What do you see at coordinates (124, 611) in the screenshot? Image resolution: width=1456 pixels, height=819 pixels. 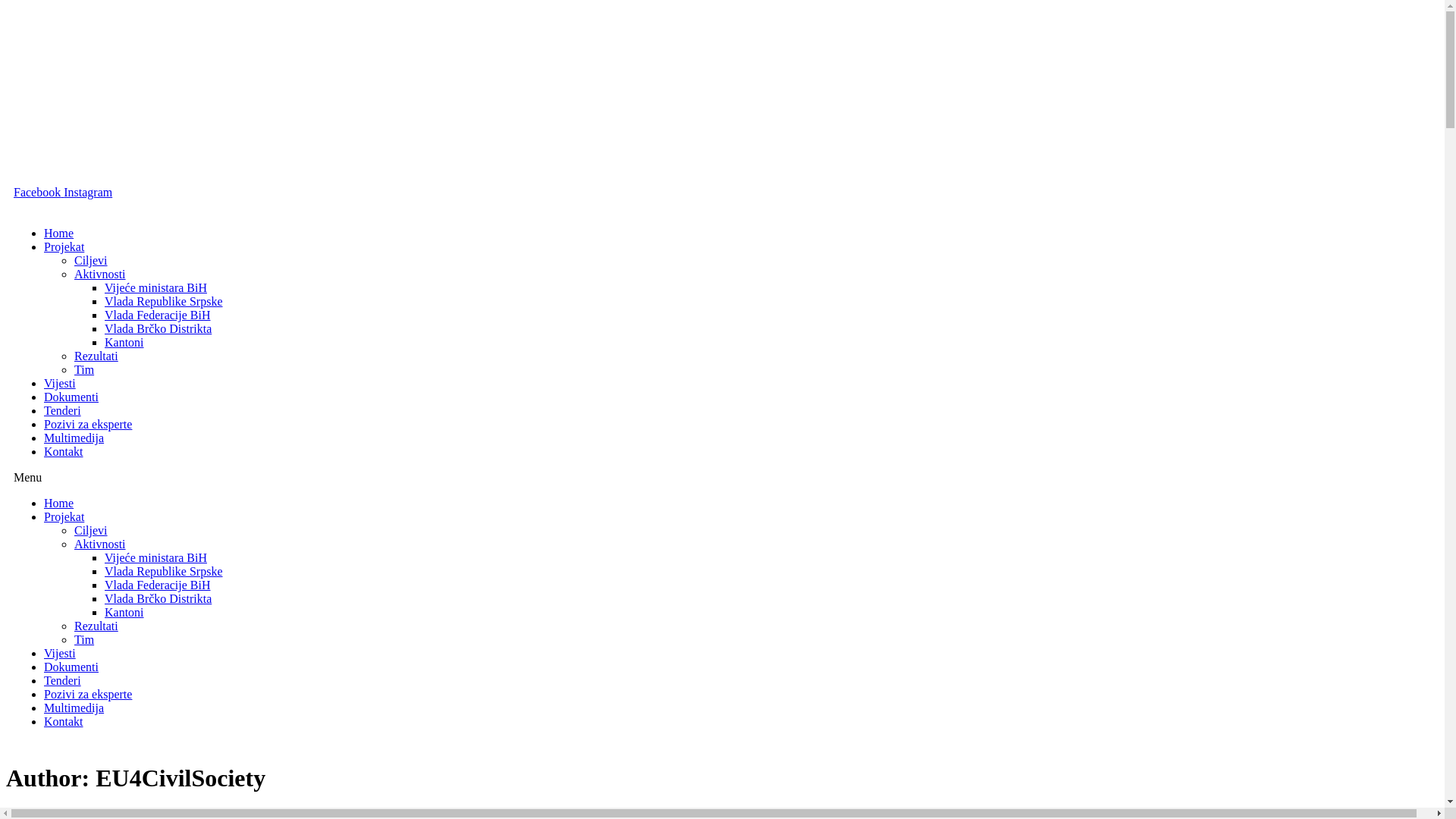 I see `'Kantoni'` at bounding box center [124, 611].